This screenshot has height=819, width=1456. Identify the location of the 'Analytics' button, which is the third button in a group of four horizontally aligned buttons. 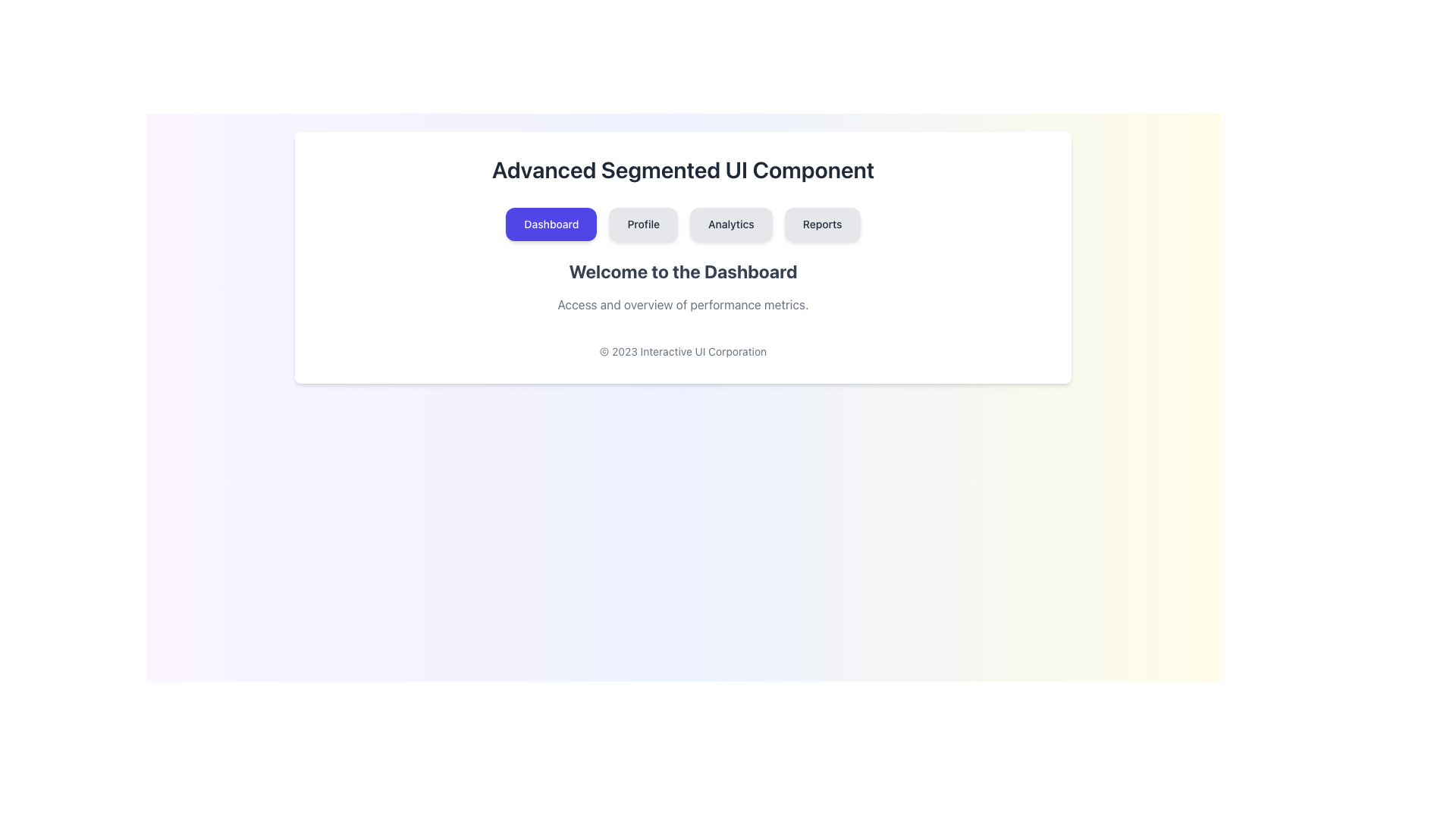
(731, 224).